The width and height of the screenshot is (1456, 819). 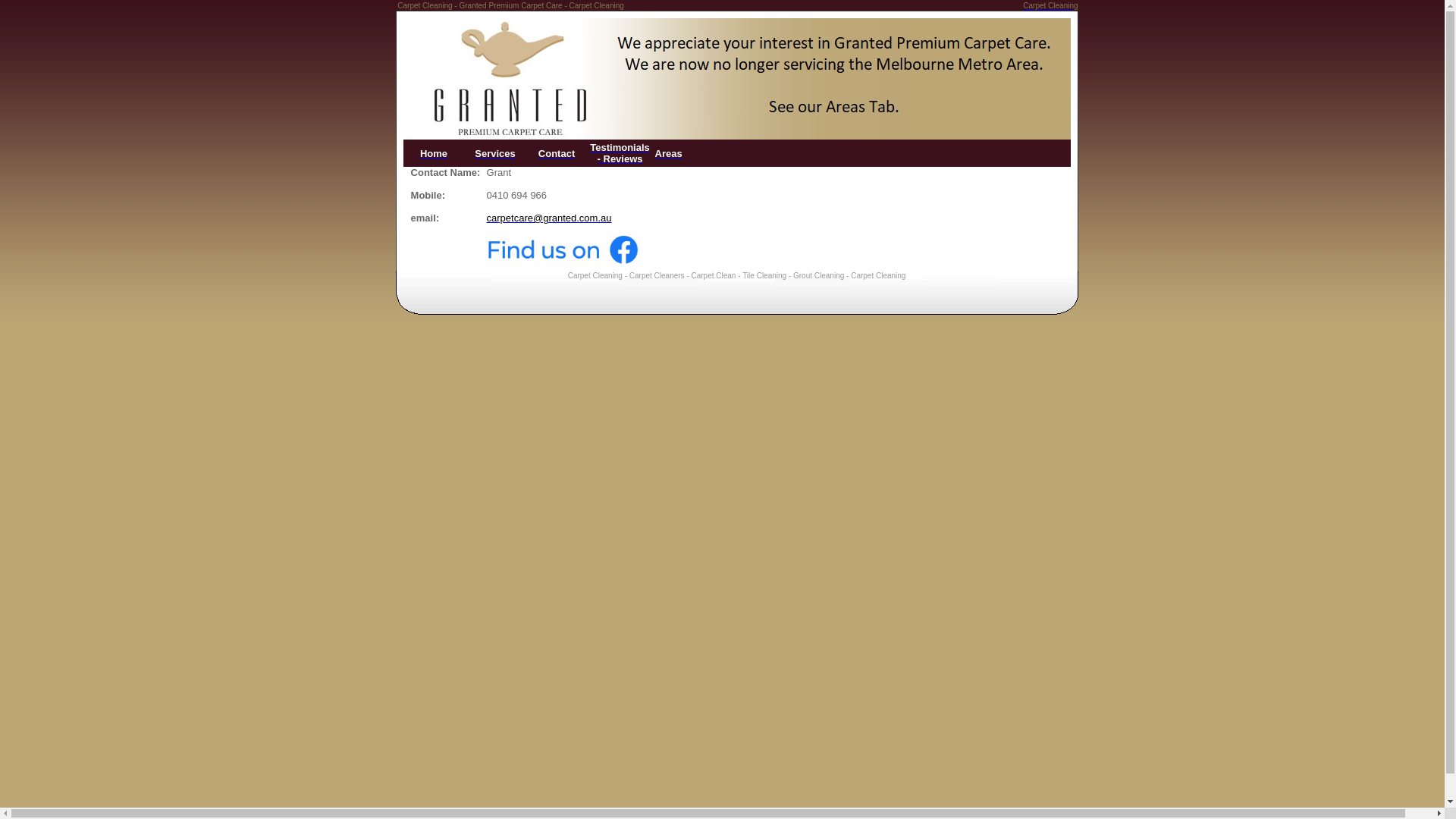 What do you see at coordinates (620, 152) in the screenshot?
I see `'Testimonials - Reviews'` at bounding box center [620, 152].